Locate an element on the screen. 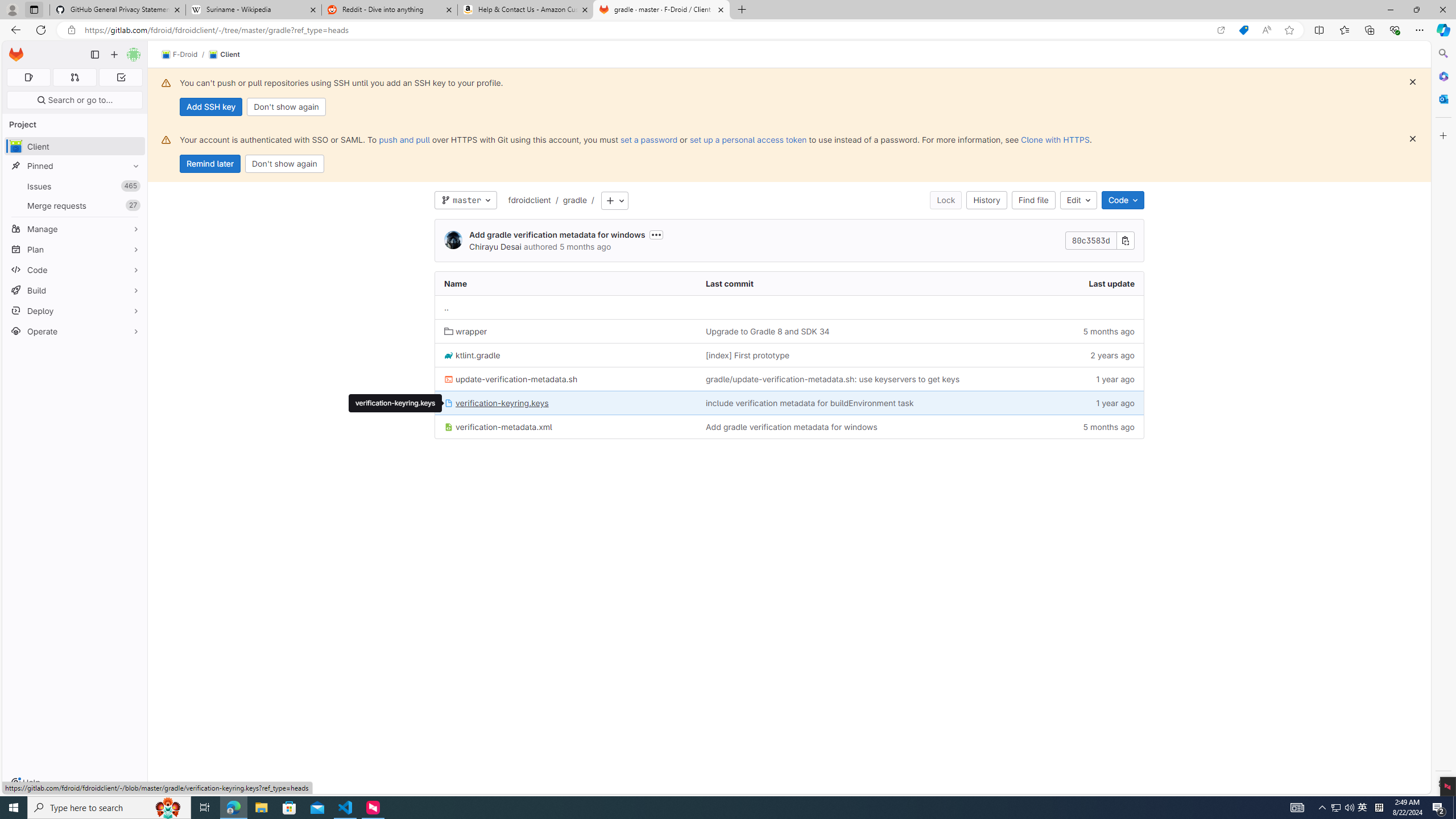  'Plan' is located at coordinates (74, 249).